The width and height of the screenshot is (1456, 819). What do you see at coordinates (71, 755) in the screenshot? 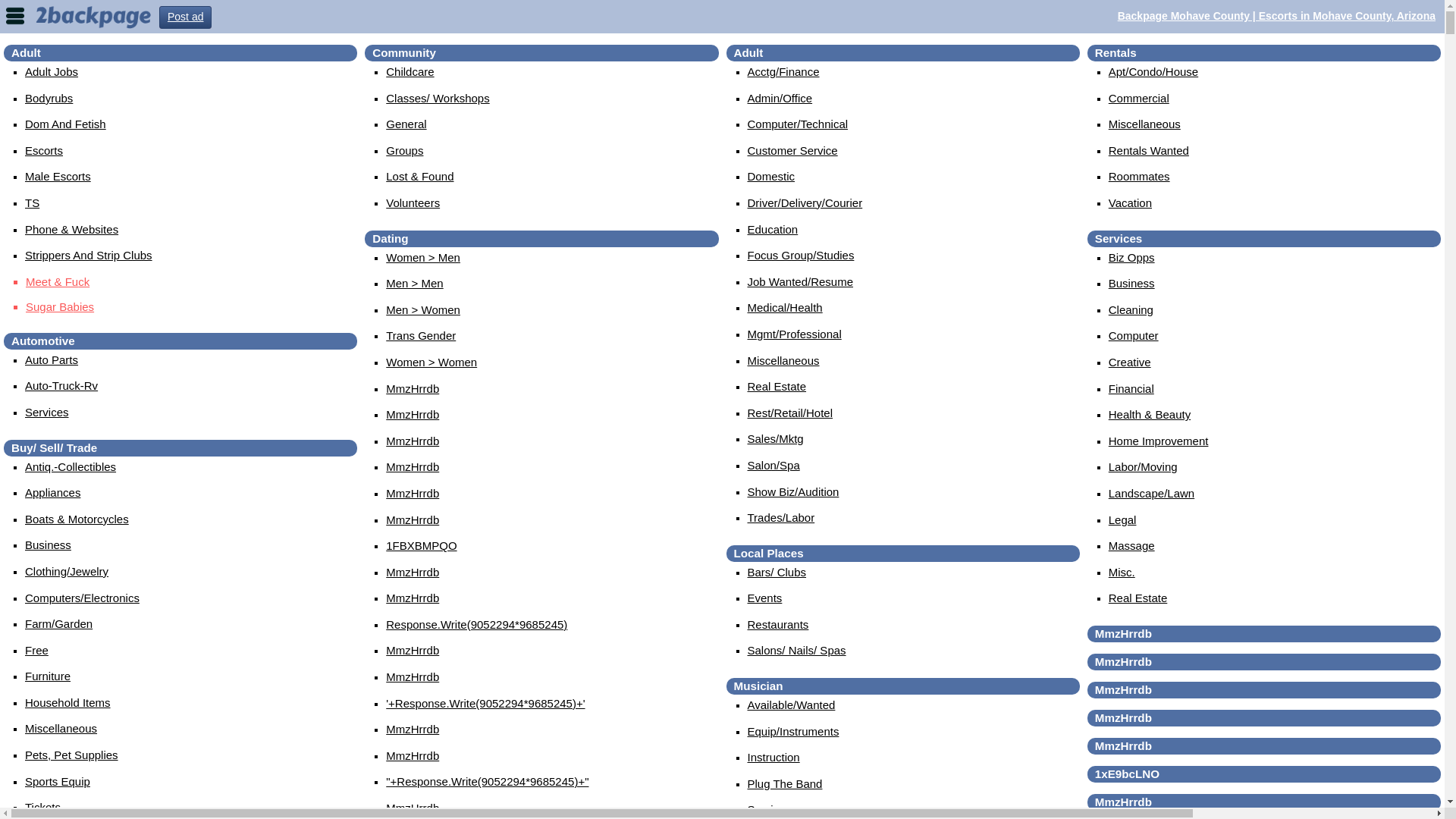
I see `'Pets, Pet Supplies'` at bounding box center [71, 755].